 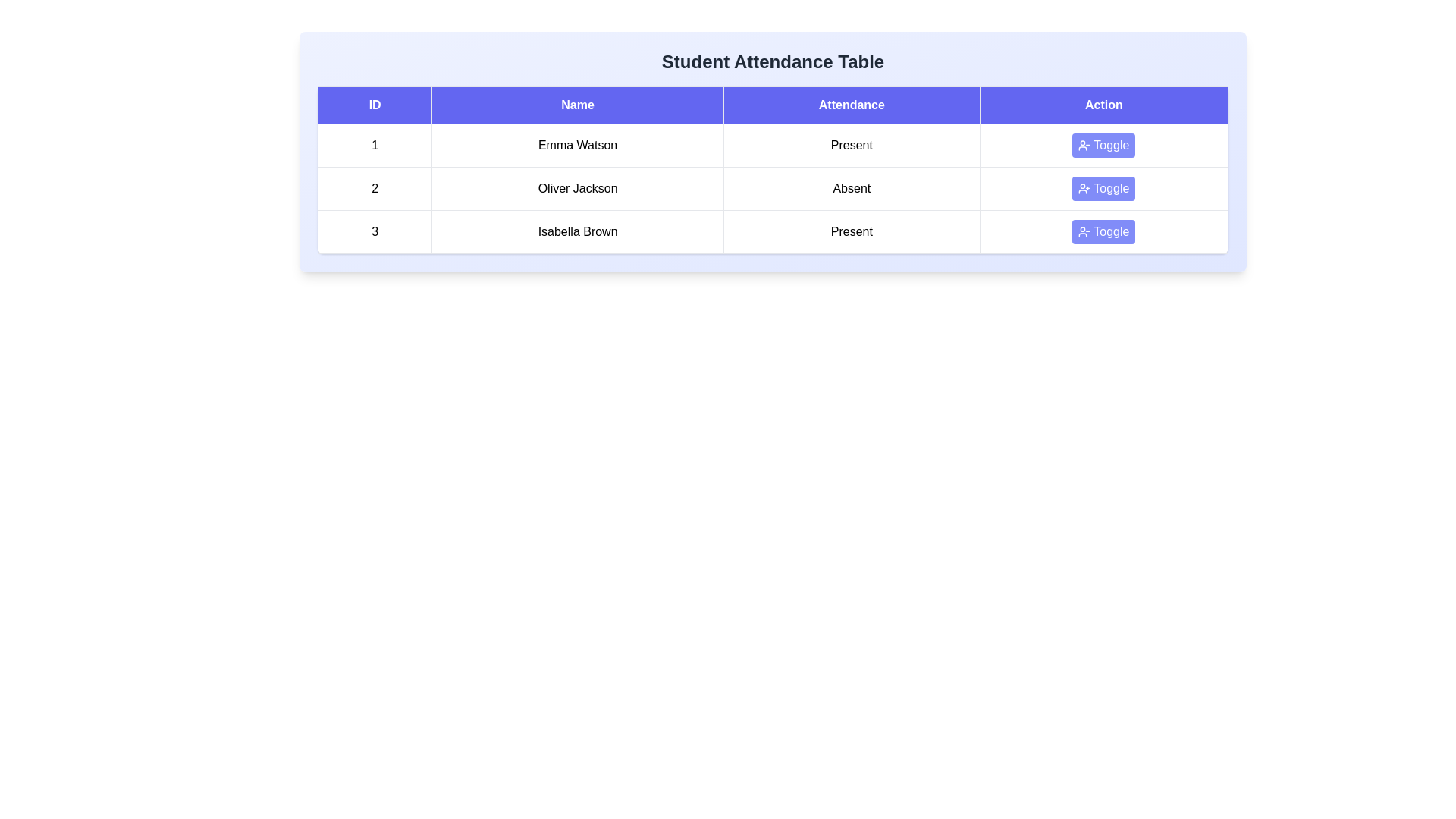 I want to click on the third row of the attendance table, which contains information about a student, so click(x=773, y=231).